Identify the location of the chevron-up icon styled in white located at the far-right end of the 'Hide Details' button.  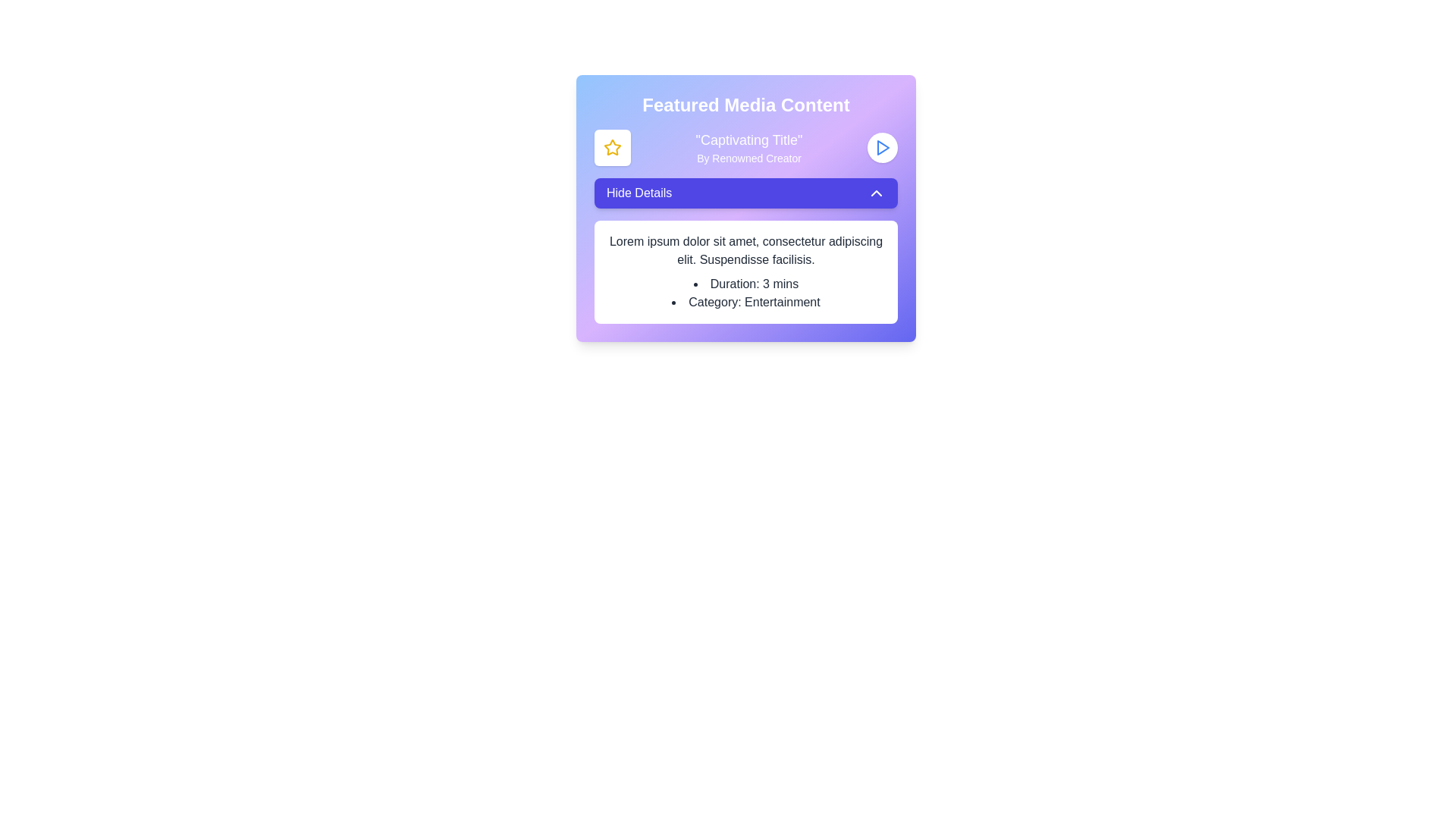
(877, 192).